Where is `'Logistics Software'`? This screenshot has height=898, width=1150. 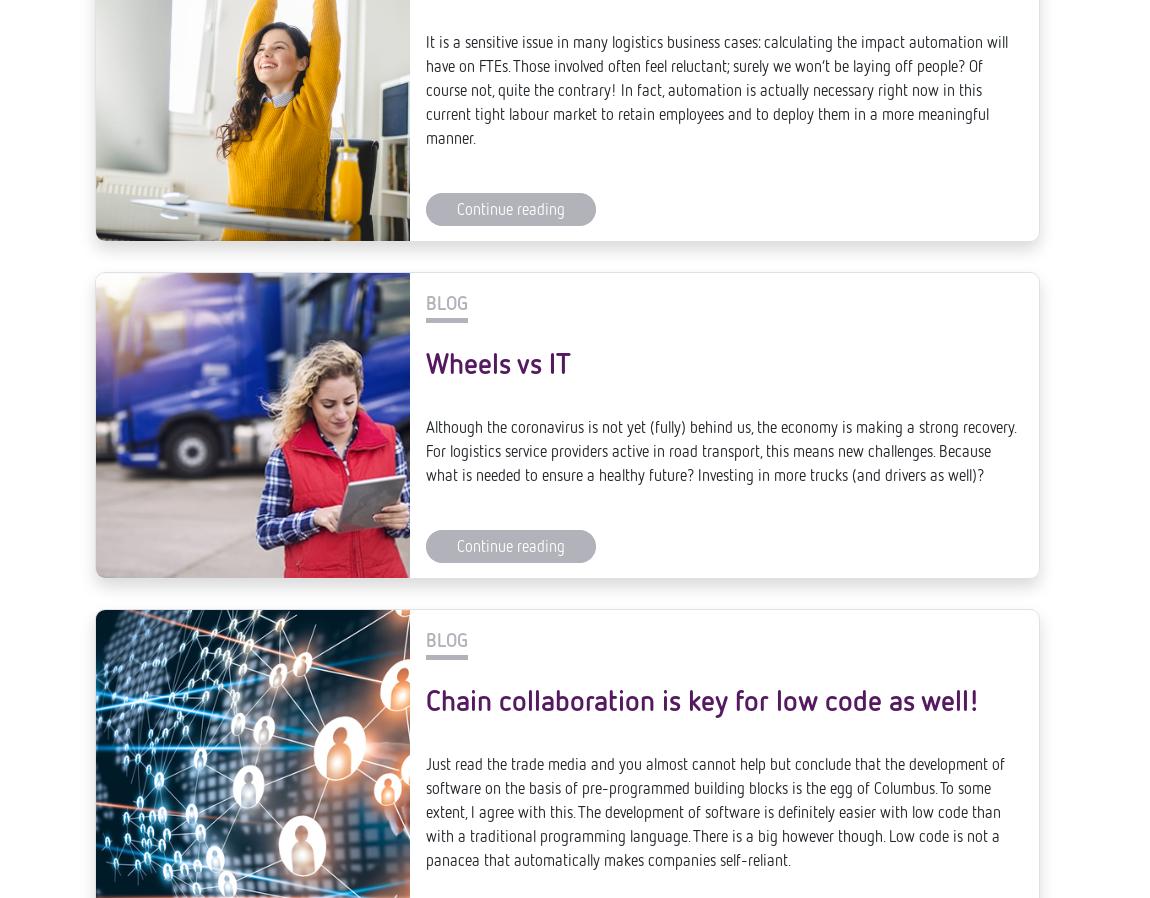 'Logistics Software' is located at coordinates (93, 853).